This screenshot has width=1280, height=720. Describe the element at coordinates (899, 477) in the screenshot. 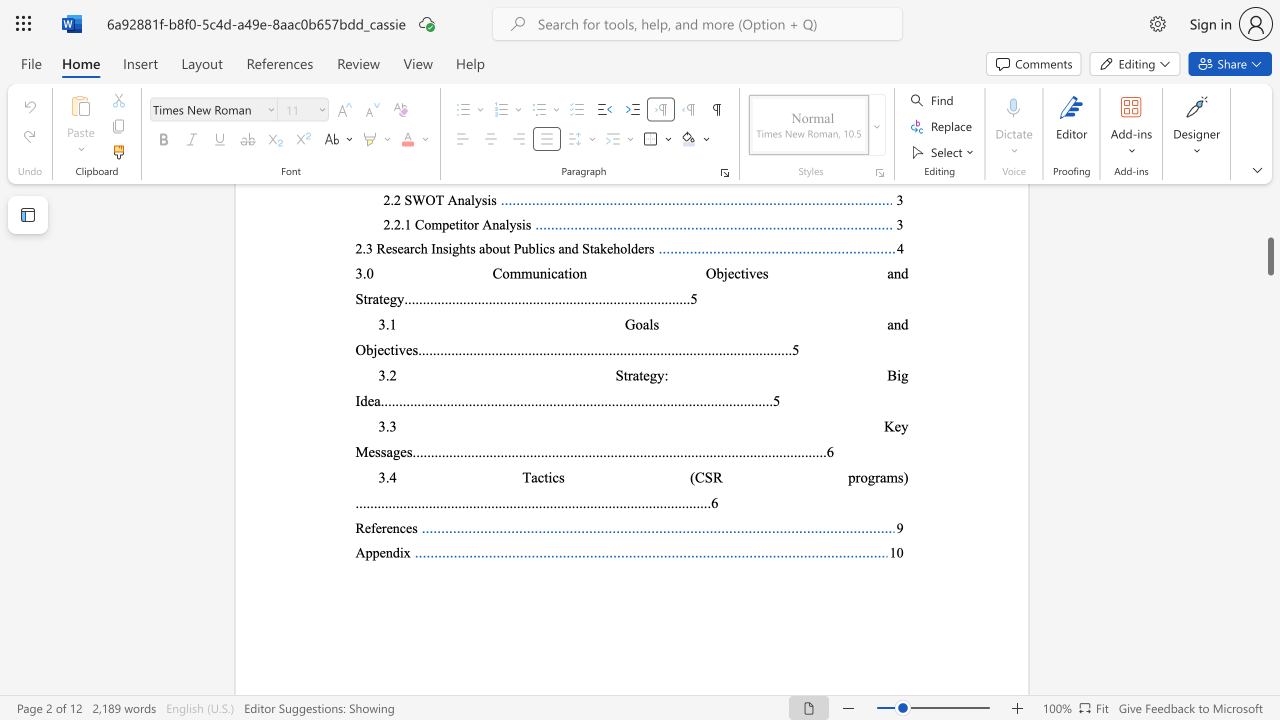

I see `the 2th character "s" in the text` at that location.